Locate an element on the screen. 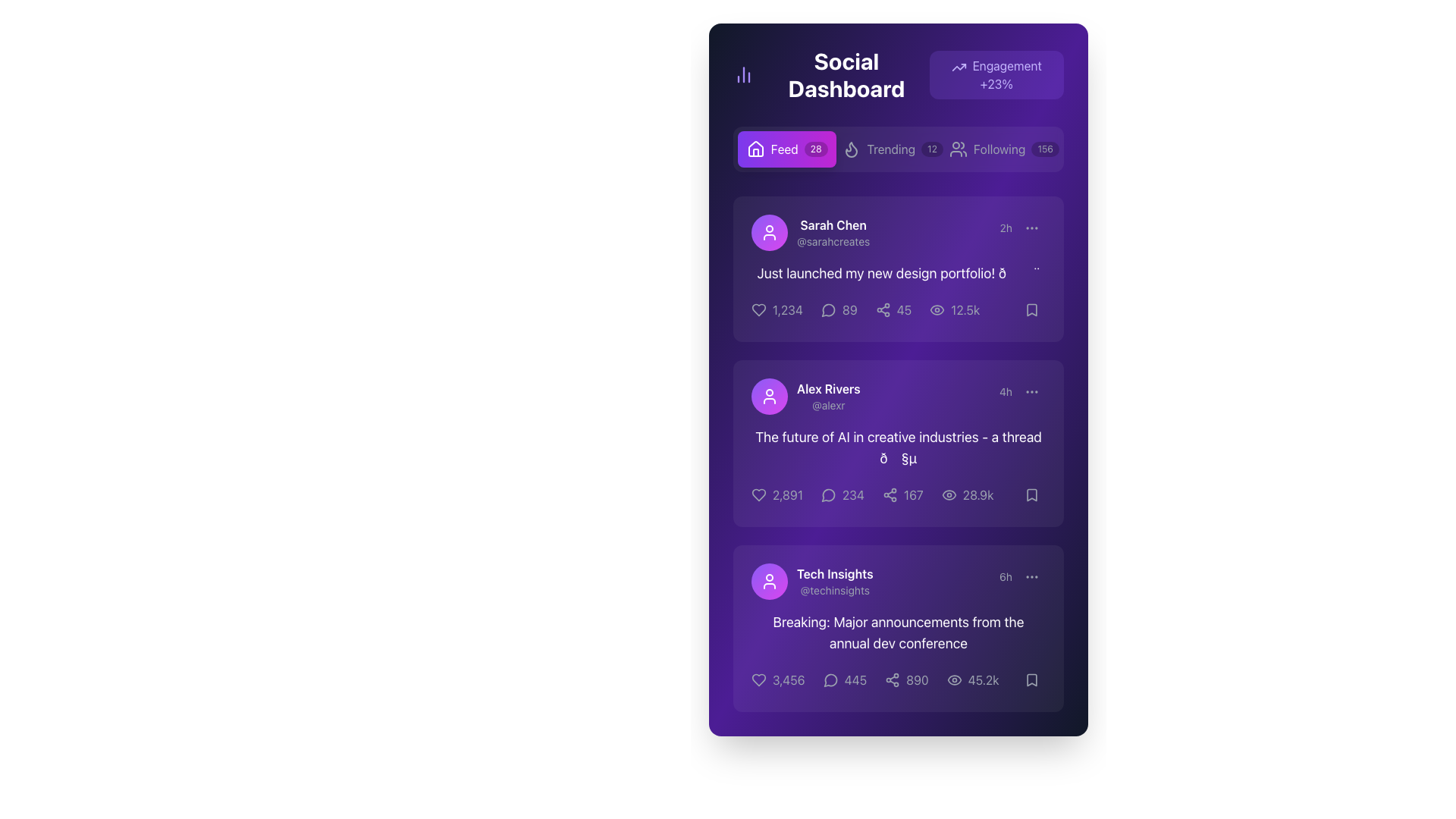 The height and width of the screenshot is (819, 1456). the Decorative icon that visually represents the 'Trending' tab in the navigation menu, located directly to the left of the text 'Trending' is located at coordinates (852, 149).